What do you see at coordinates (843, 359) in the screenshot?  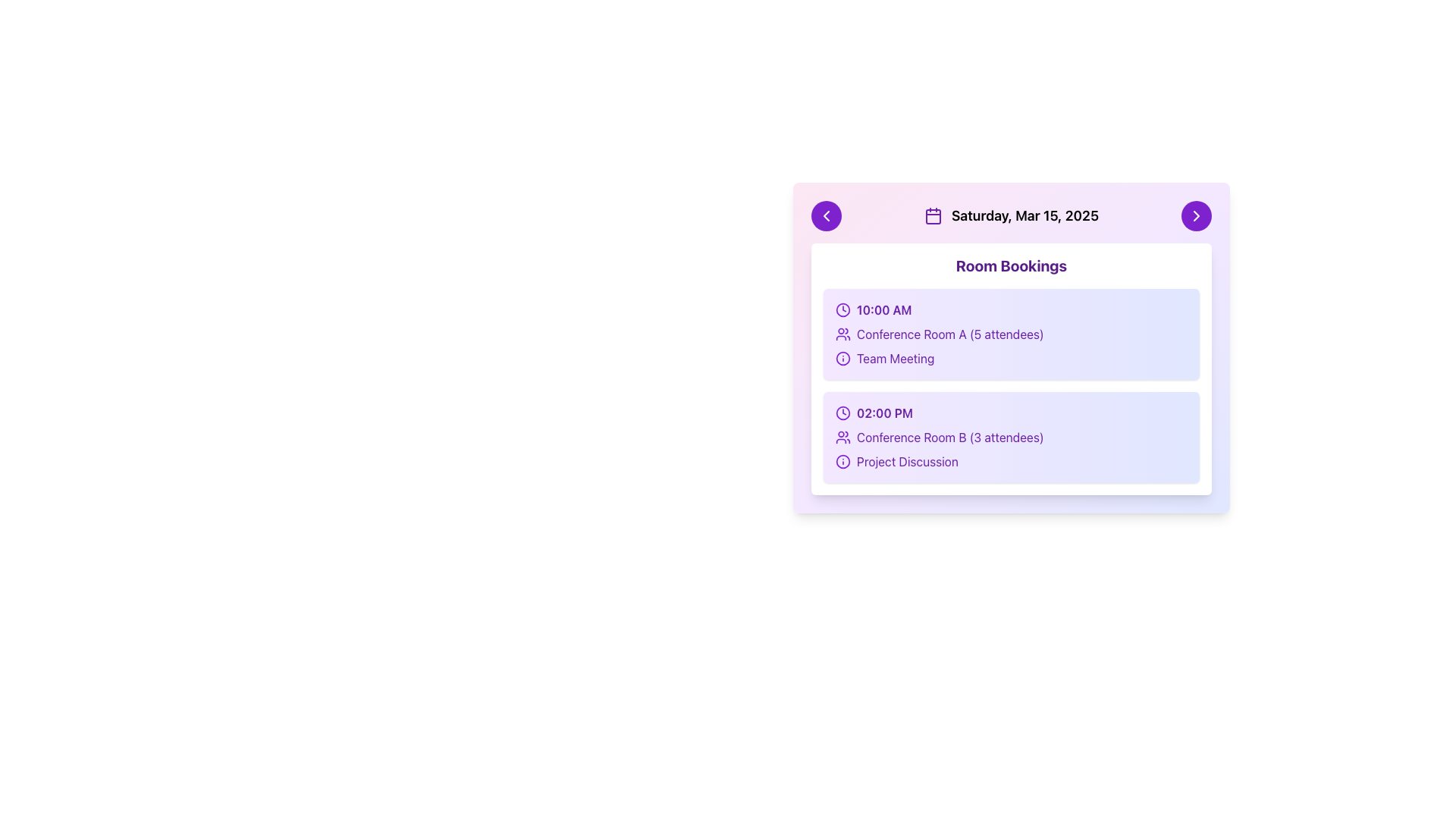 I see `the purple circular icon with an 'info' symbol located to the left of the text 'Team Meeting' in the event list under 'Room Bookings'` at bounding box center [843, 359].